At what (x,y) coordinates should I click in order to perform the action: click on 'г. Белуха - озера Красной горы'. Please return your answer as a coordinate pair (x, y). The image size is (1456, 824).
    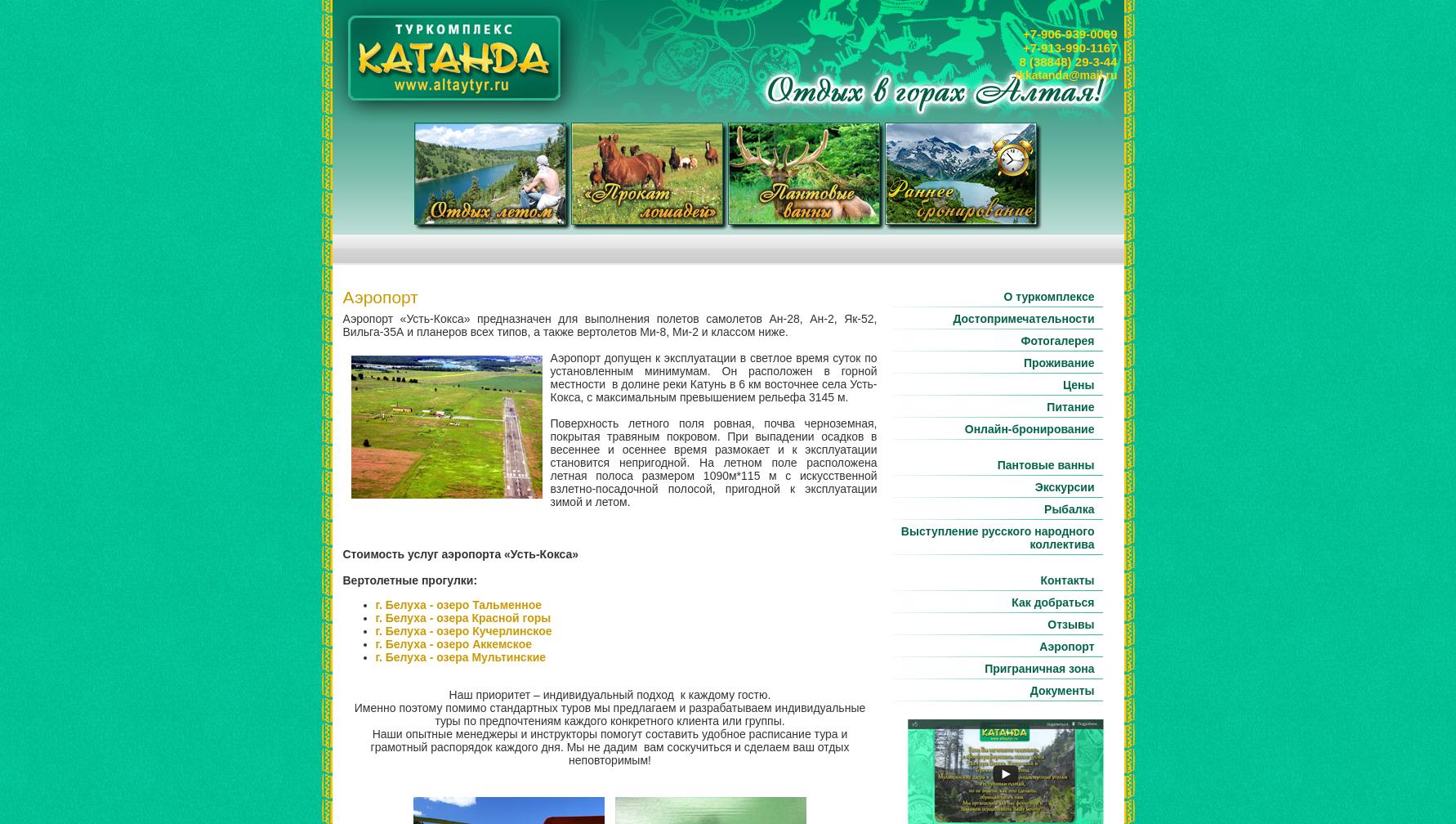
    Looking at the image, I should click on (462, 618).